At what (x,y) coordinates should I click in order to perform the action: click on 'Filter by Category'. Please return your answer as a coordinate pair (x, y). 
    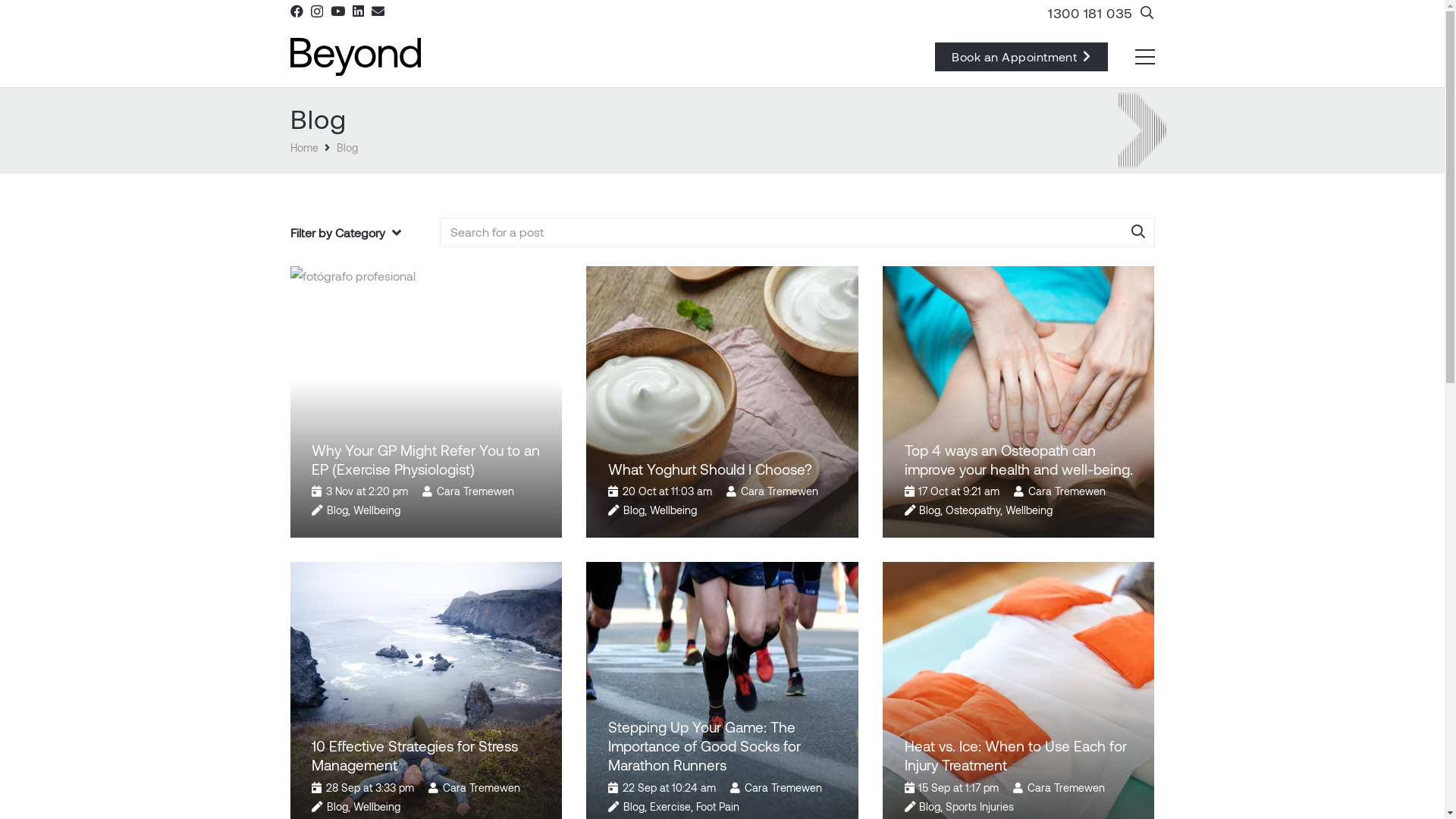
    Looking at the image, I should click on (356, 233).